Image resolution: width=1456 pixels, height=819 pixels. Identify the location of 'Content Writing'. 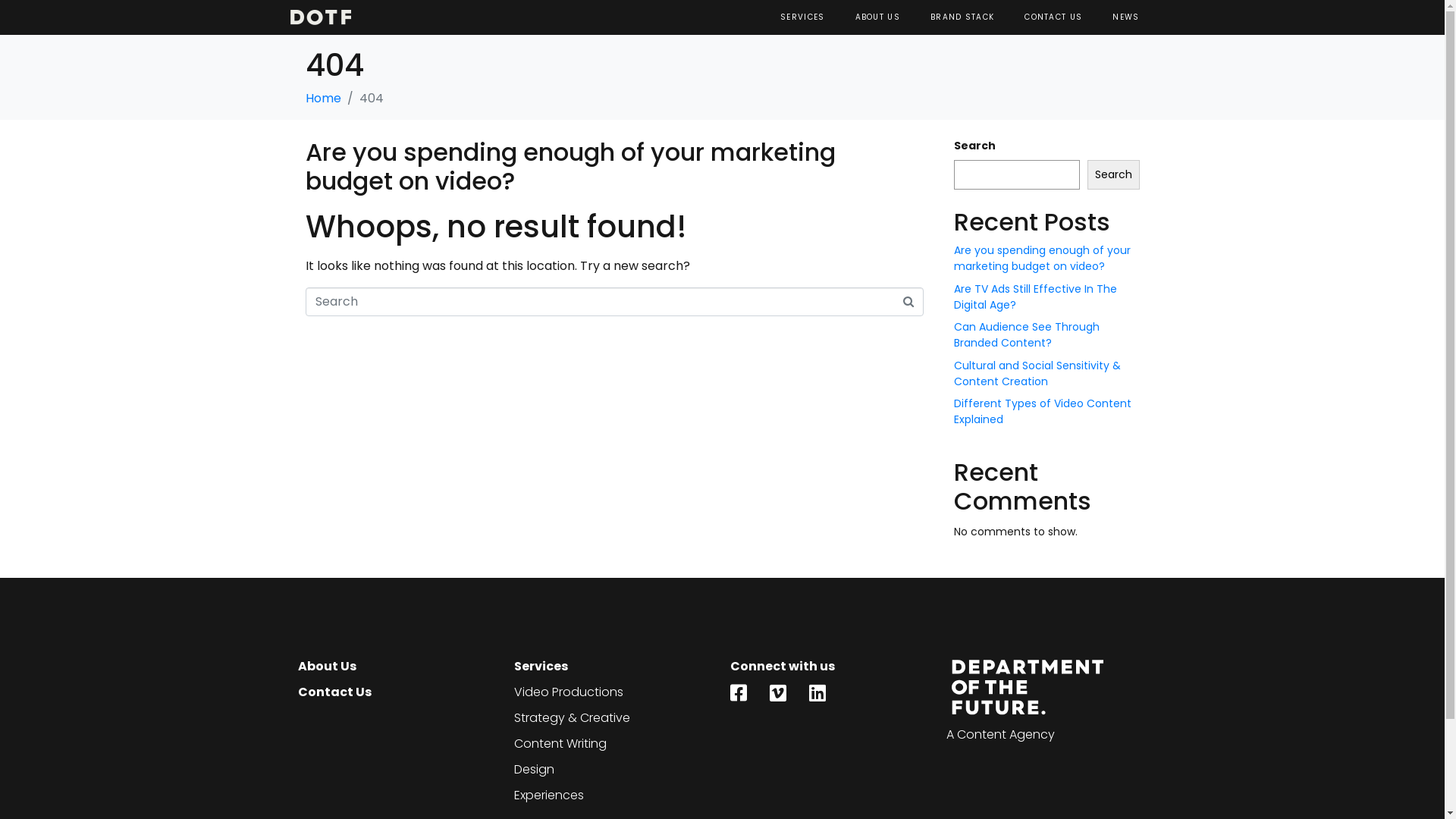
(614, 742).